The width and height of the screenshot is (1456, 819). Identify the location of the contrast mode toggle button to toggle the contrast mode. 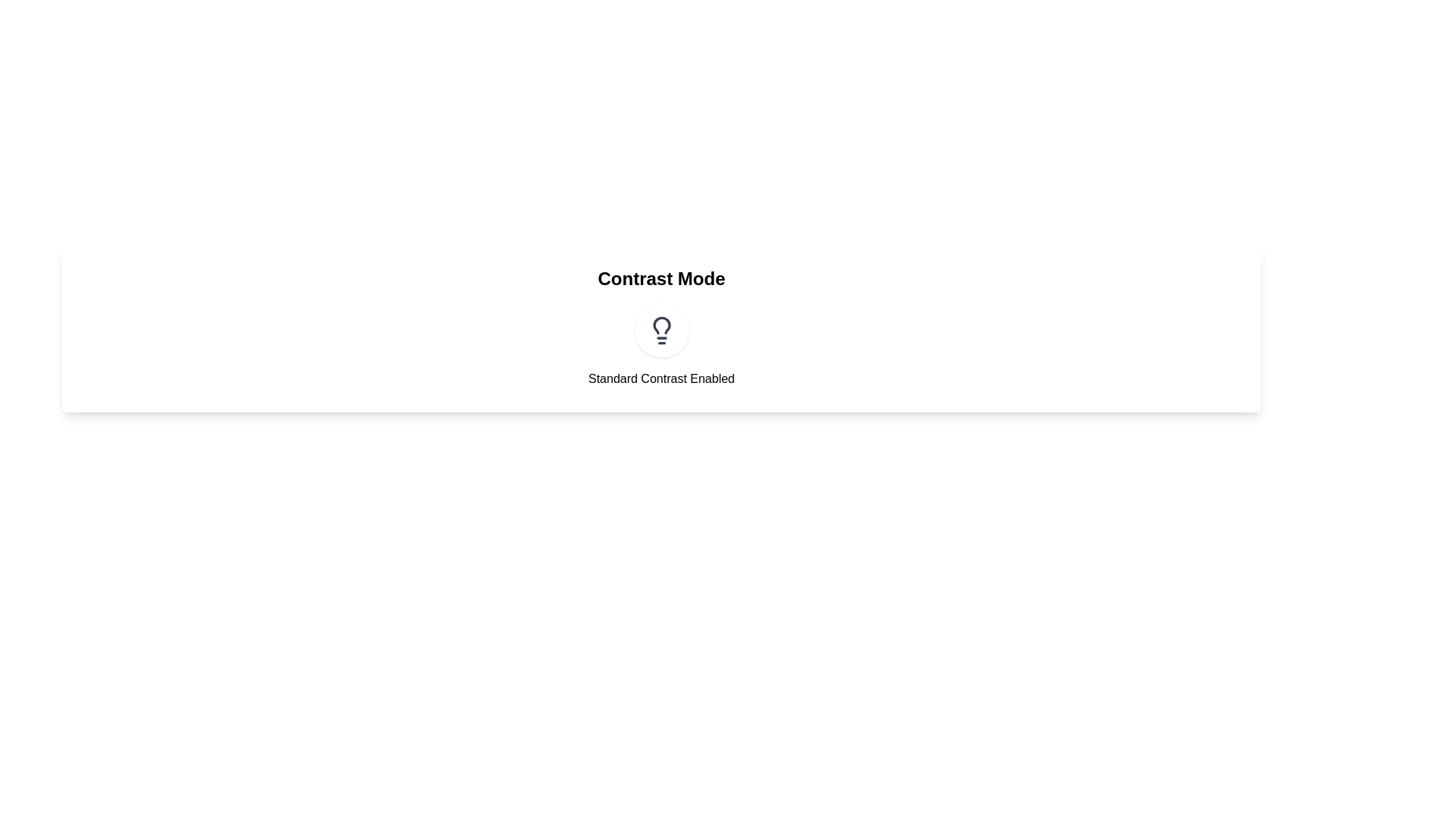
(661, 329).